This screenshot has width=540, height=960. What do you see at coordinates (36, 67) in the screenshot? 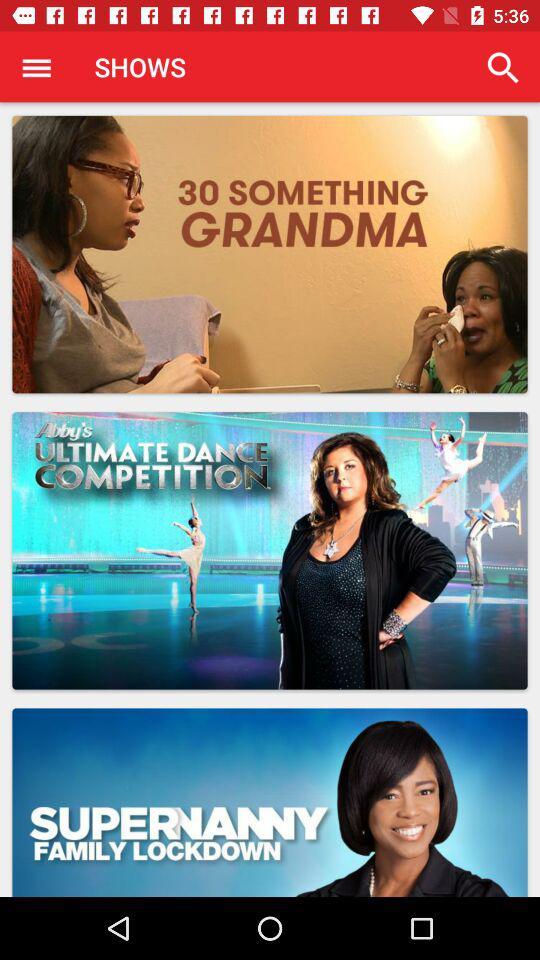
I see `the icon next to the shows icon` at bounding box center [36, 67].